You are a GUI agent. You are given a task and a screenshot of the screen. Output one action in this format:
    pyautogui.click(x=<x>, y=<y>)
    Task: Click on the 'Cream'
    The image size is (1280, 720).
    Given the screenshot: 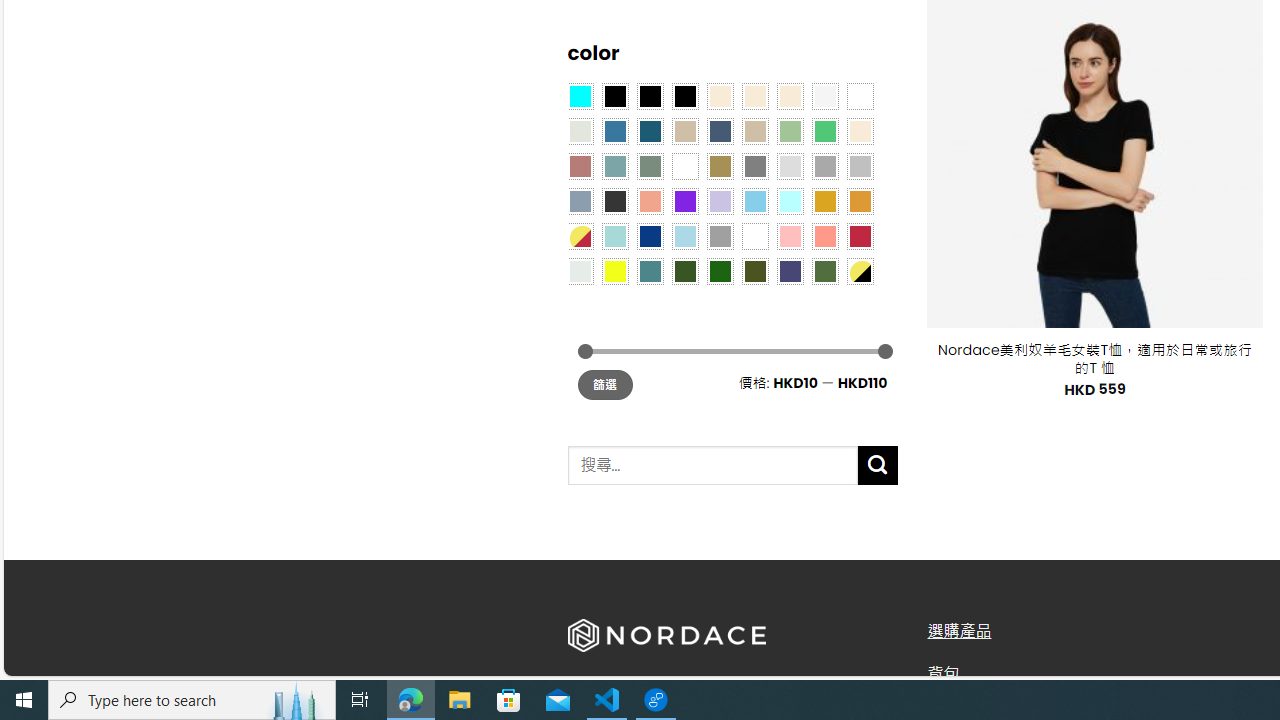 What is the action you would take?
    pyautogui.click(x=788, y=95)
    